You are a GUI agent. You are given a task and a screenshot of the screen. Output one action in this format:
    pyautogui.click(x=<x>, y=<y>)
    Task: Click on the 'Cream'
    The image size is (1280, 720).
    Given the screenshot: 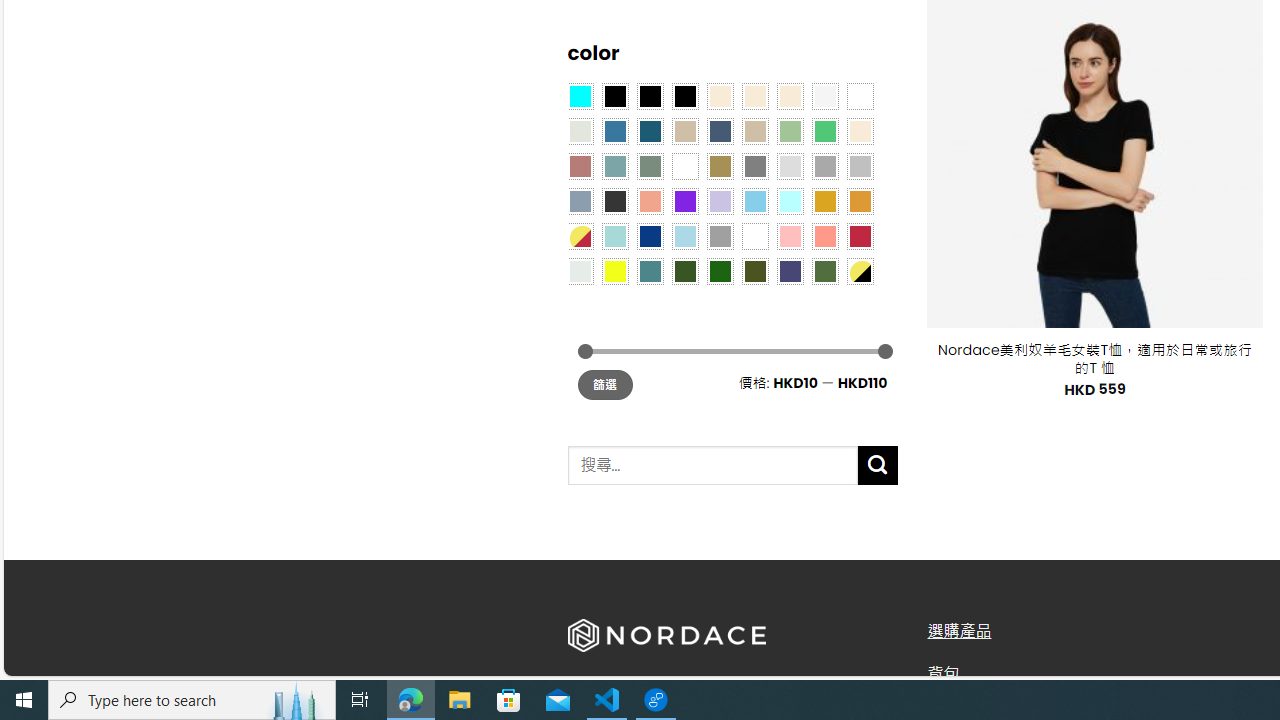 What is the action you would take?
    pyautogui.click(x=788, y=95)
    